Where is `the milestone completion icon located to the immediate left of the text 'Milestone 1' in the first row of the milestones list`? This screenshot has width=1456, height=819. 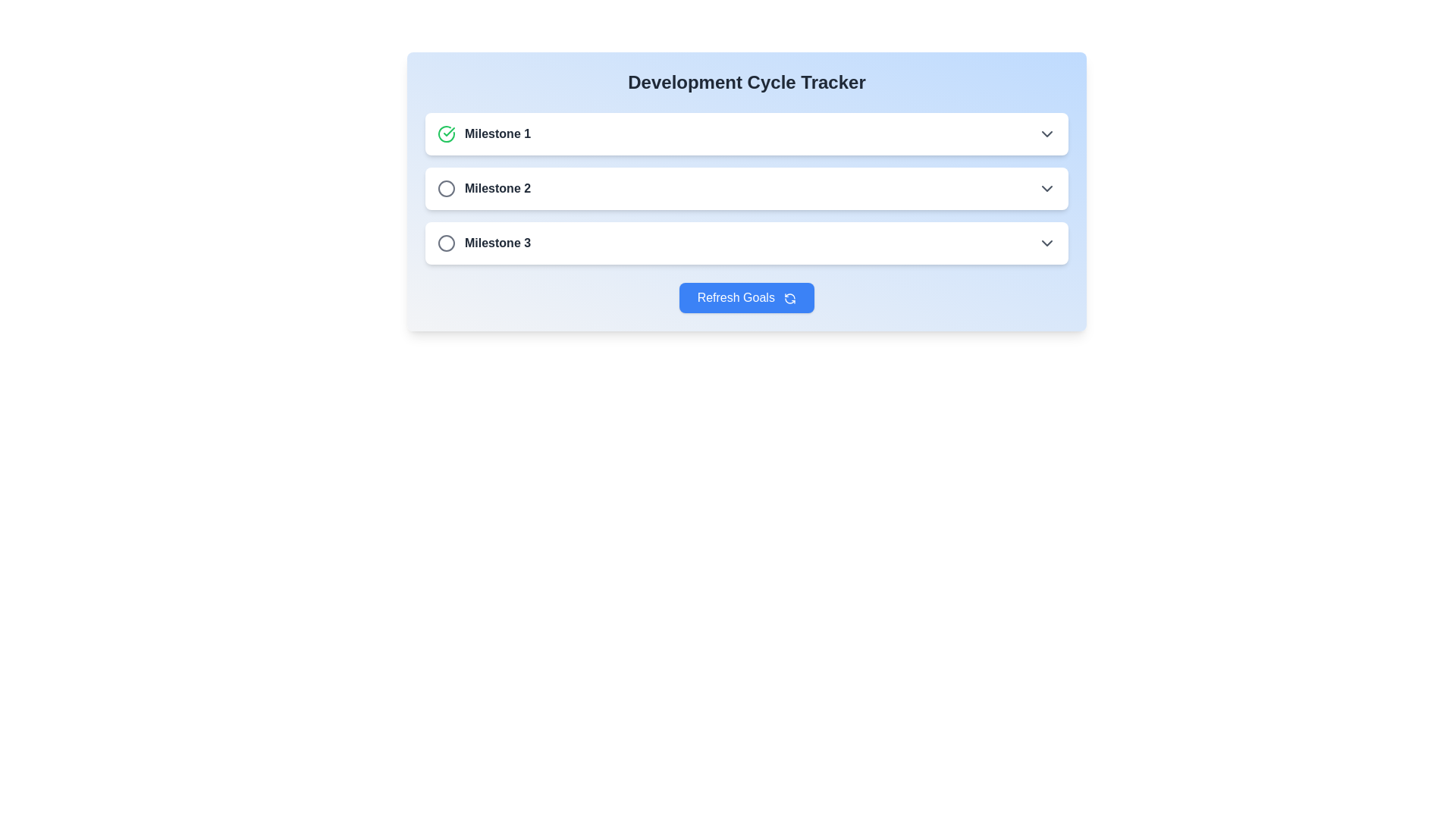 the milestone completion icon located to the immediate left of the text 'Milestone 1' in the first row of the milestones list is located at coordinates (446, 133).